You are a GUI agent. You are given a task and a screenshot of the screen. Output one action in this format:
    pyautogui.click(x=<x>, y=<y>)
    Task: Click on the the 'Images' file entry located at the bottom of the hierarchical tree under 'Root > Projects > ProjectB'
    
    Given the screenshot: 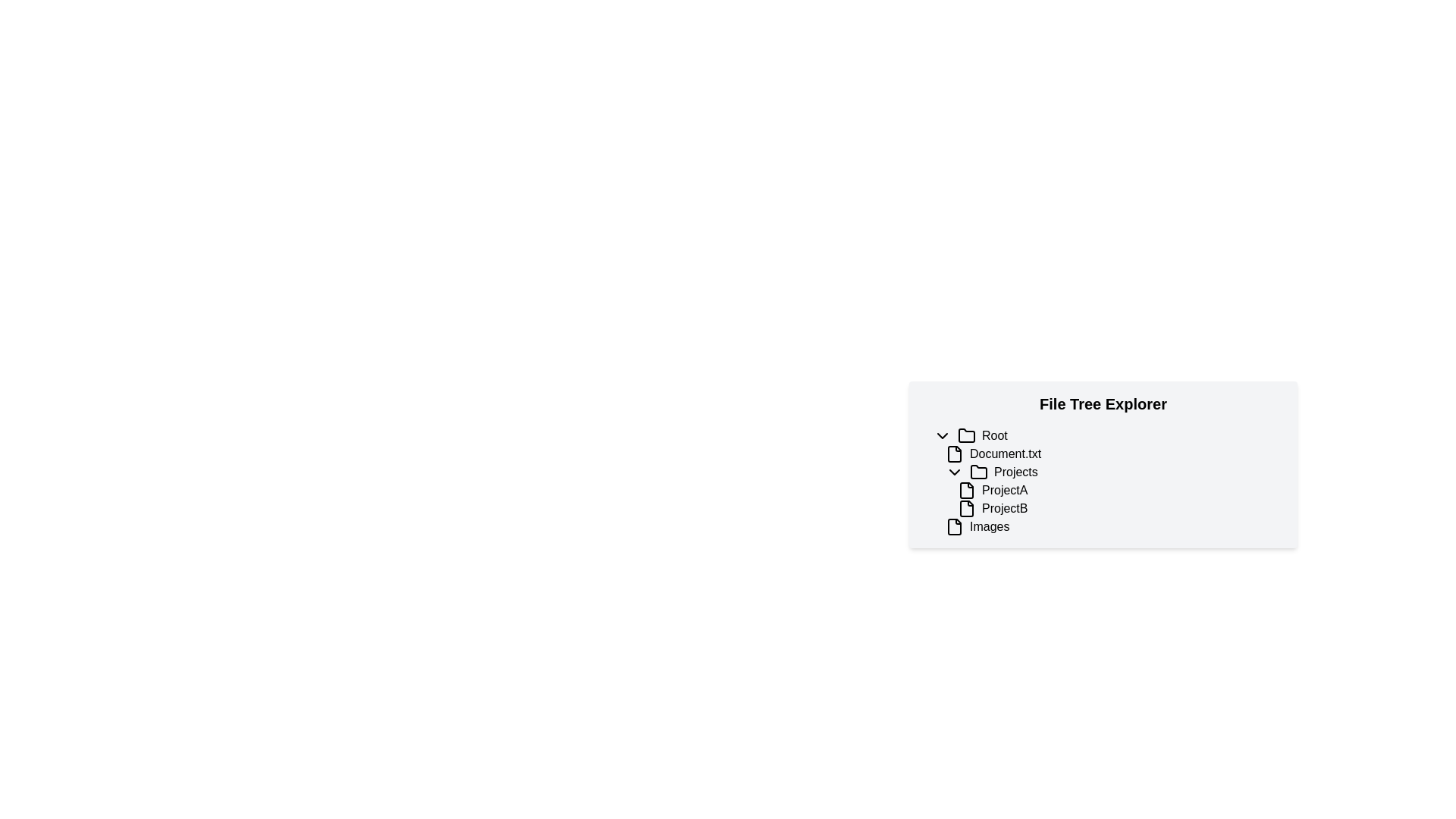 What is the action you would take?
    pyautogui.click(x=1115, y=526)
    